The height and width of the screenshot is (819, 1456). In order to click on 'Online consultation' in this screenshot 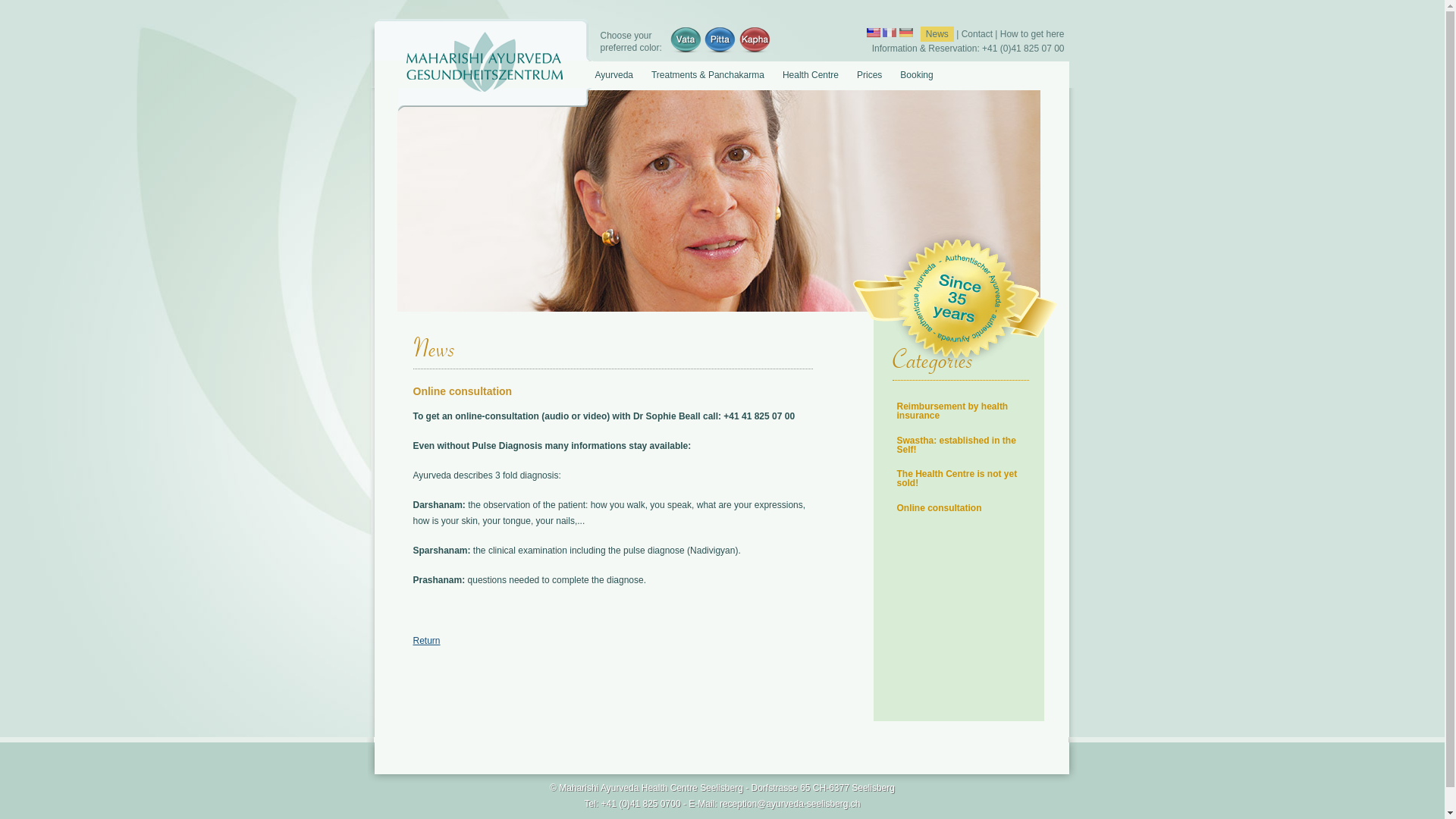, I will do `click(938, 508)`.